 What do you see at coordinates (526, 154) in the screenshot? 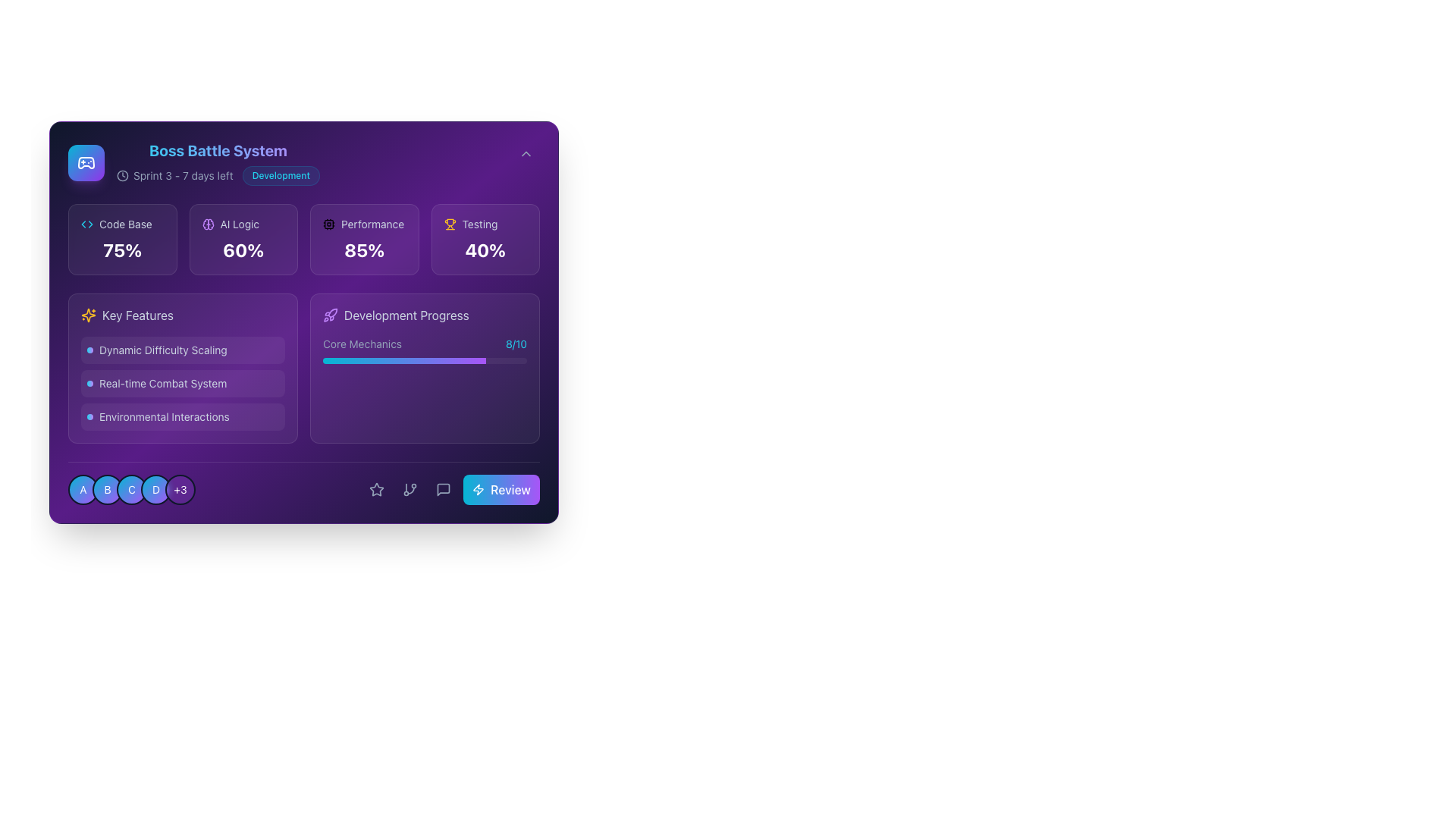
I see `the chevron-down icon in the top-right corner of the purple-themed interface, which indicates a toggle state and is styled to rotate upwards` at bounding box center [526, 154].